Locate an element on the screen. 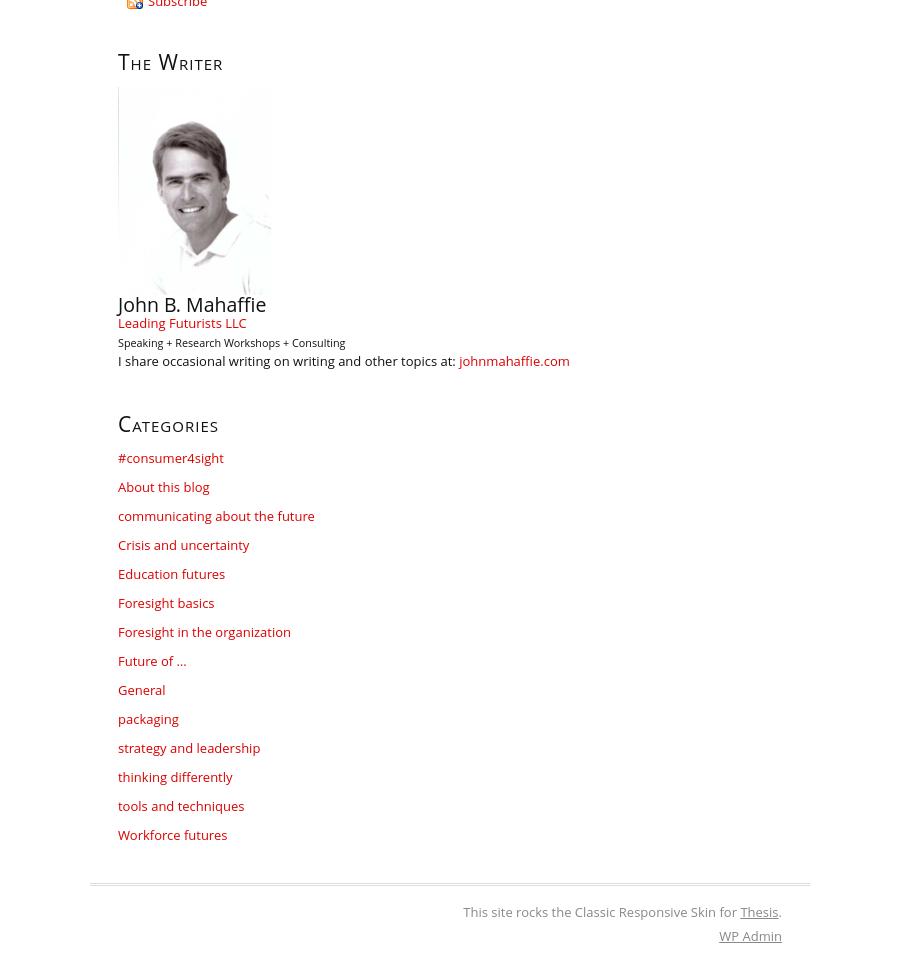  'Workforce futures' is located at coordinates (117, 835).